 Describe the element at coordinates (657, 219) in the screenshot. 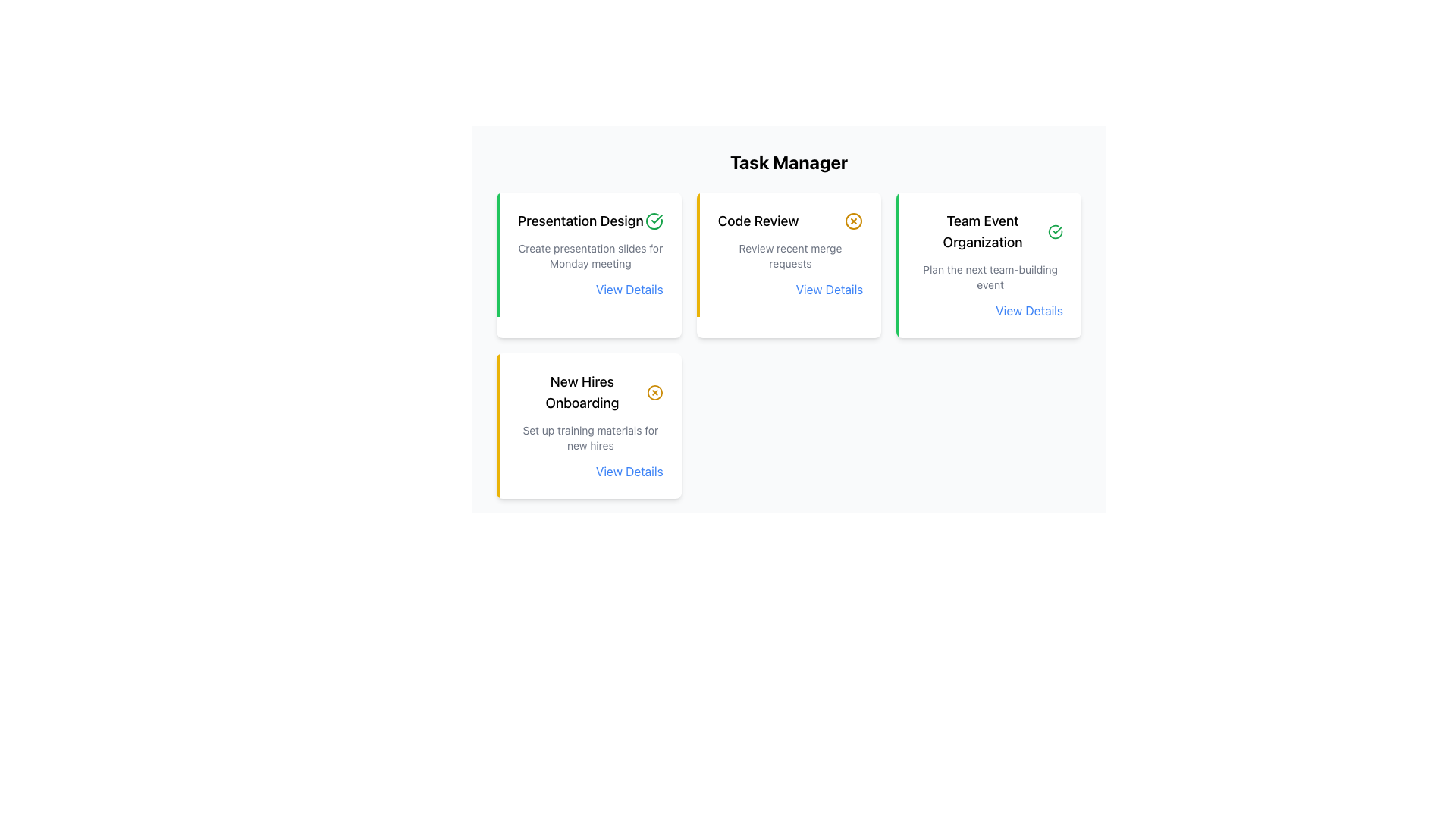

I see `the success indicator icon located in the circular graphic at the top-right corner of the 'Presentation Design' card` at that location.